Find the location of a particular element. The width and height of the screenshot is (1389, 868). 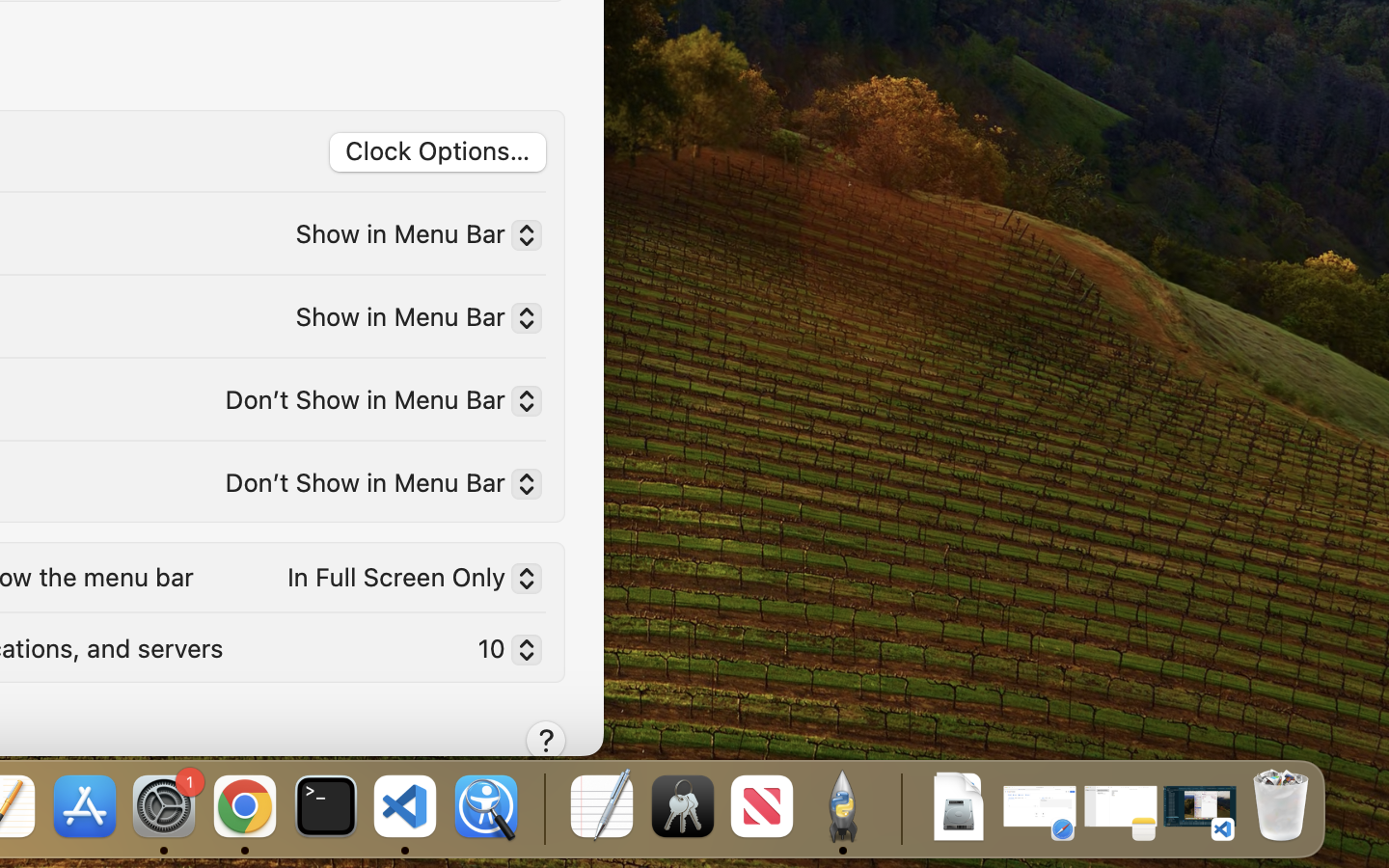

'Don’t Show in Menu Bar' is located at coordinates (373, 404).